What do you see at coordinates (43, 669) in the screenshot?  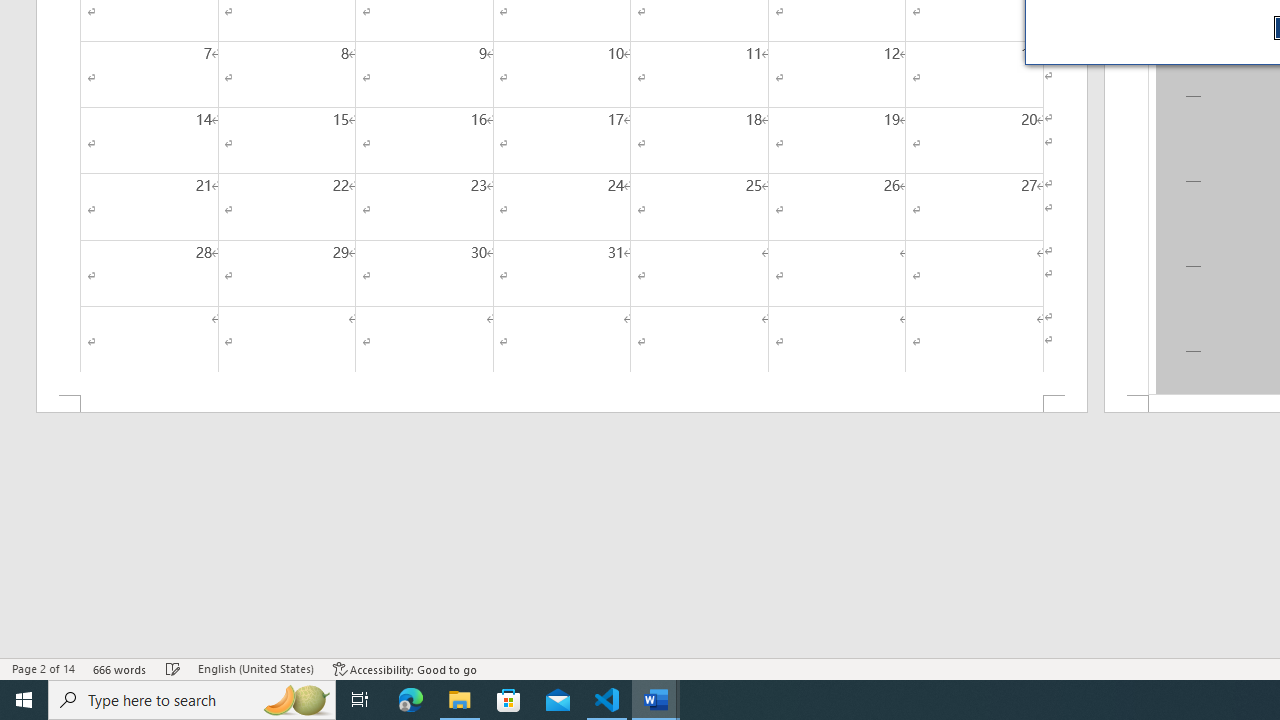 I see `'Page Number Page 2 of 14'` at bounding box center [43, 669].